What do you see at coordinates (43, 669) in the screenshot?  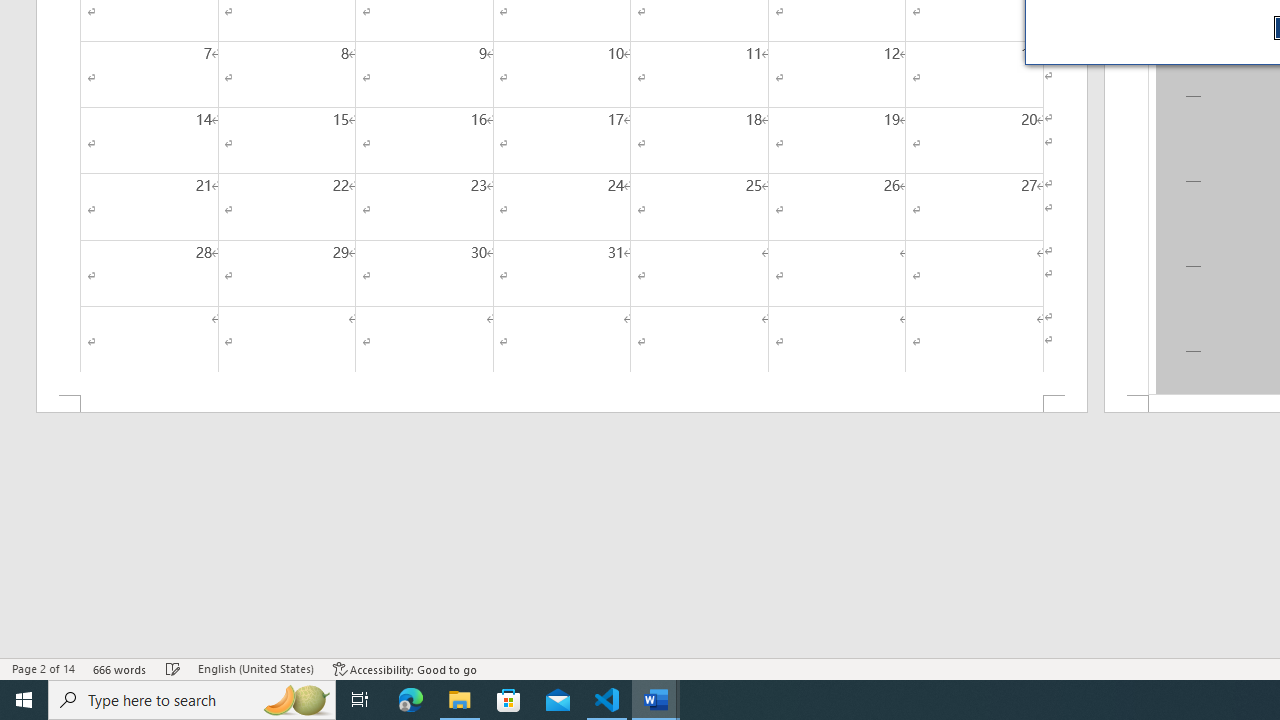 I see `'Page Number Page 2 of 14'` at bounding box center [43, 669].